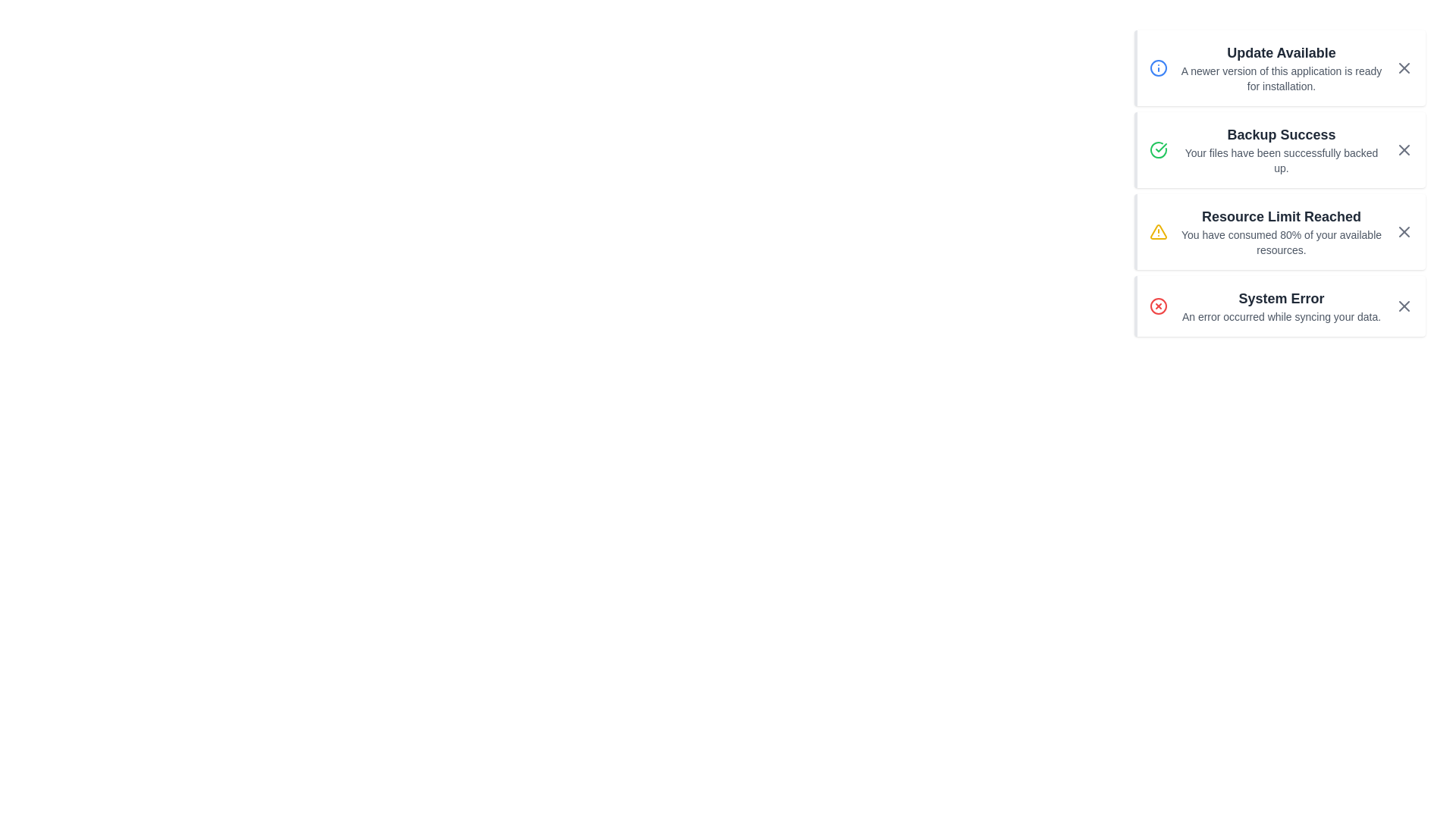 The width and height of the screenshot is (1456, 819). Describe the element at coordinates (1280, 216) in the screenshot. I see `the text label 'Resource Limit Reached' which is part of the third notification card in a vertical list of notifications` at that location.